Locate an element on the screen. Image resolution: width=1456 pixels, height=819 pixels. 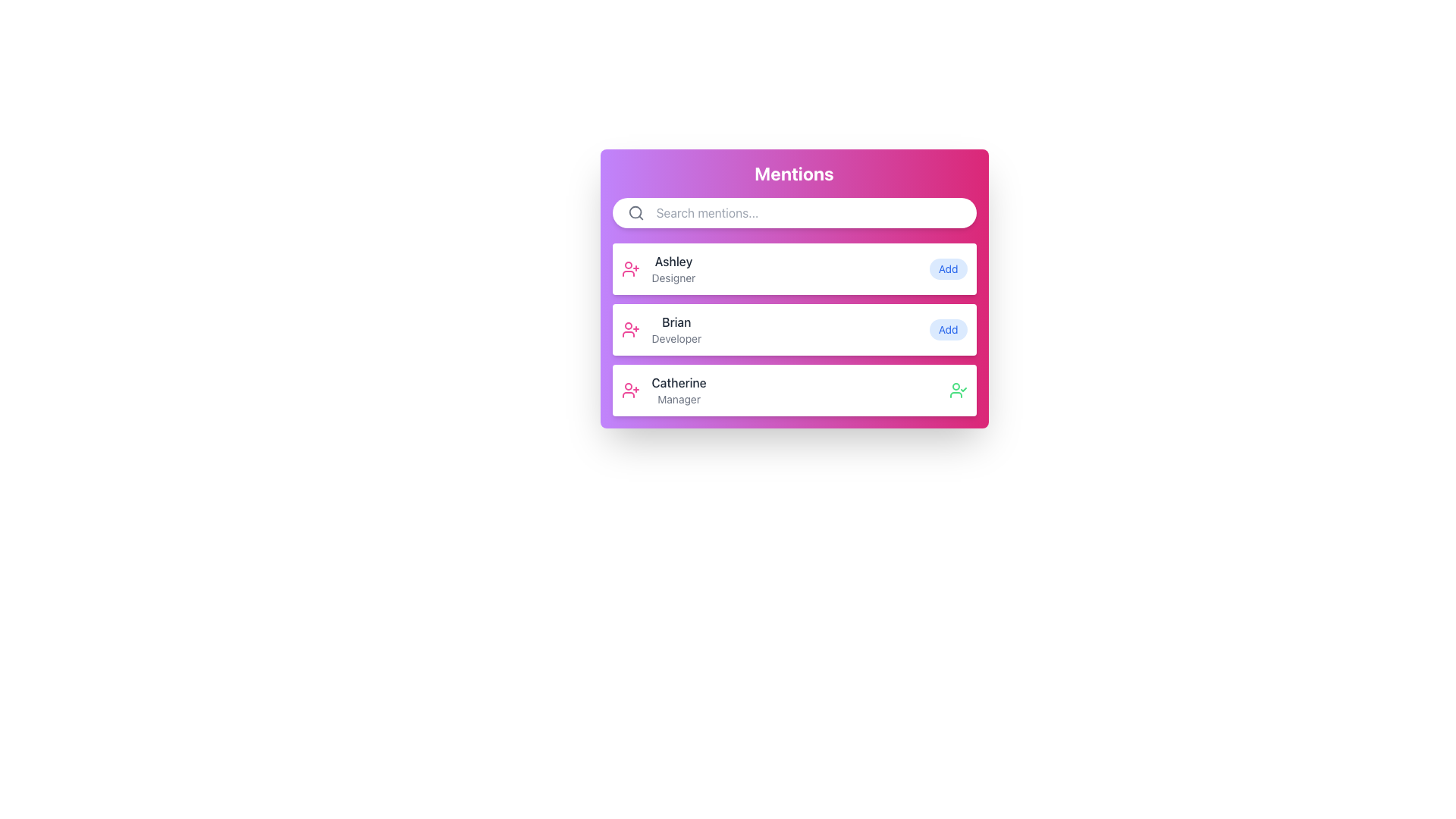
the user name label in the second entry of the mentions list, which is positioned next to an icon and above the 'Developer' role descriptor is located at coordinates (676, 321).